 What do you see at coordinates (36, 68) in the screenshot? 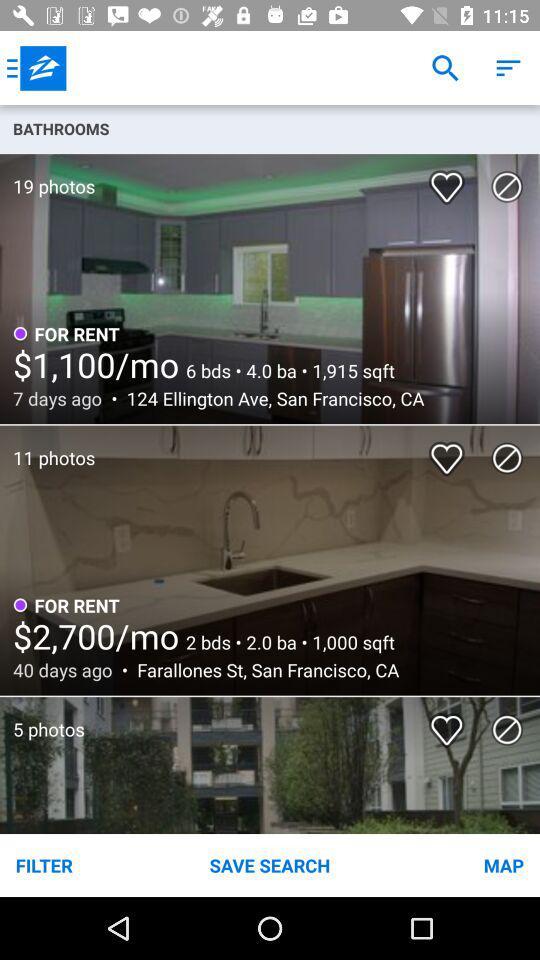
I see `the item above the bathrooms item` at bounding box center [36, 68].